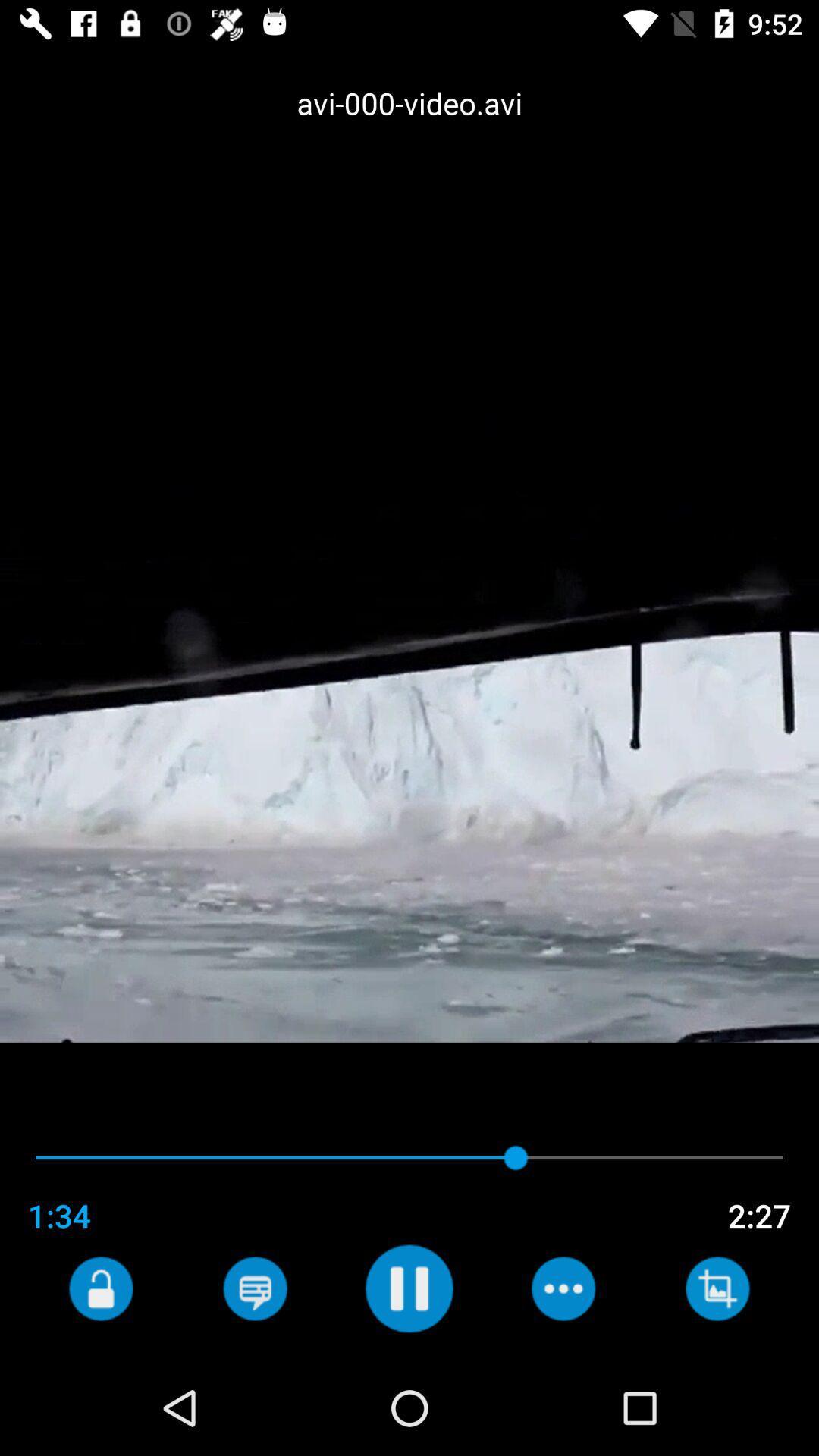  Describe the element at coordinates (717, 1288) in the screenshot. I see `resize video` at that location.